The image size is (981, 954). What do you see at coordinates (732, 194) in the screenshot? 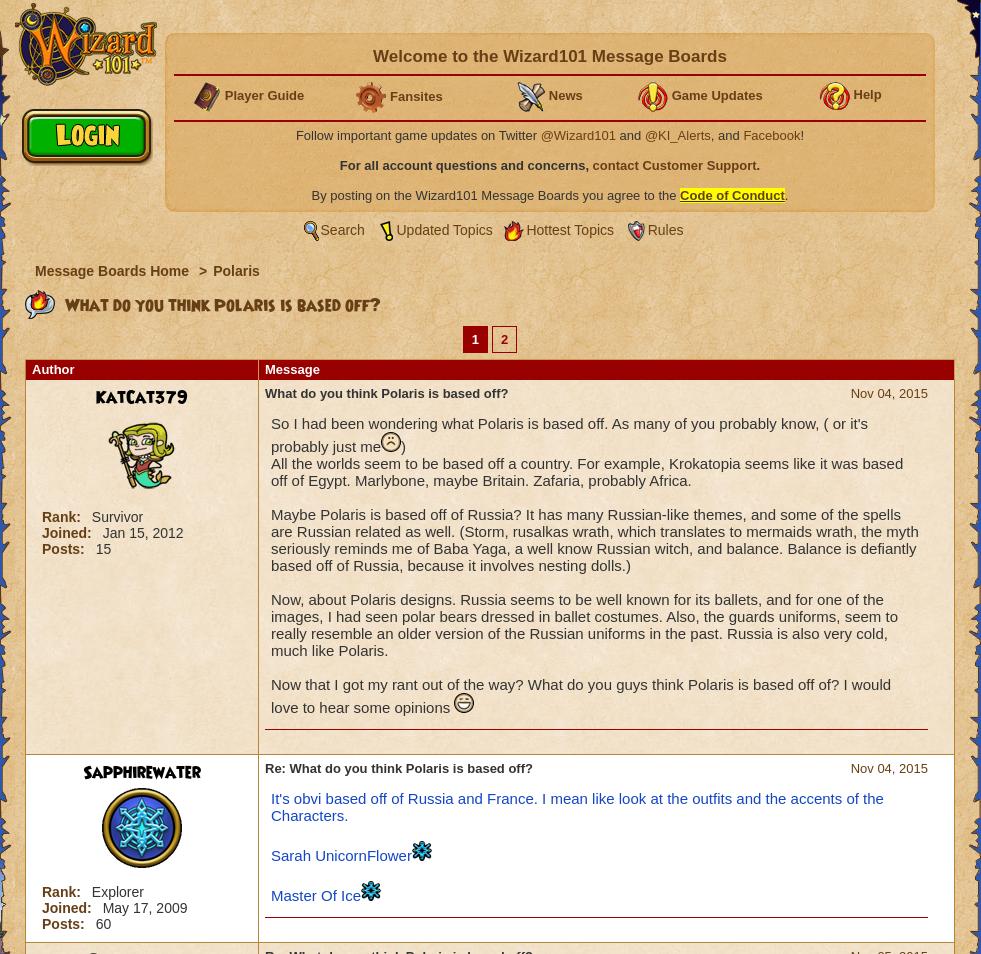
I see `'Code of Conduct'` at bounding box center [732, 194].